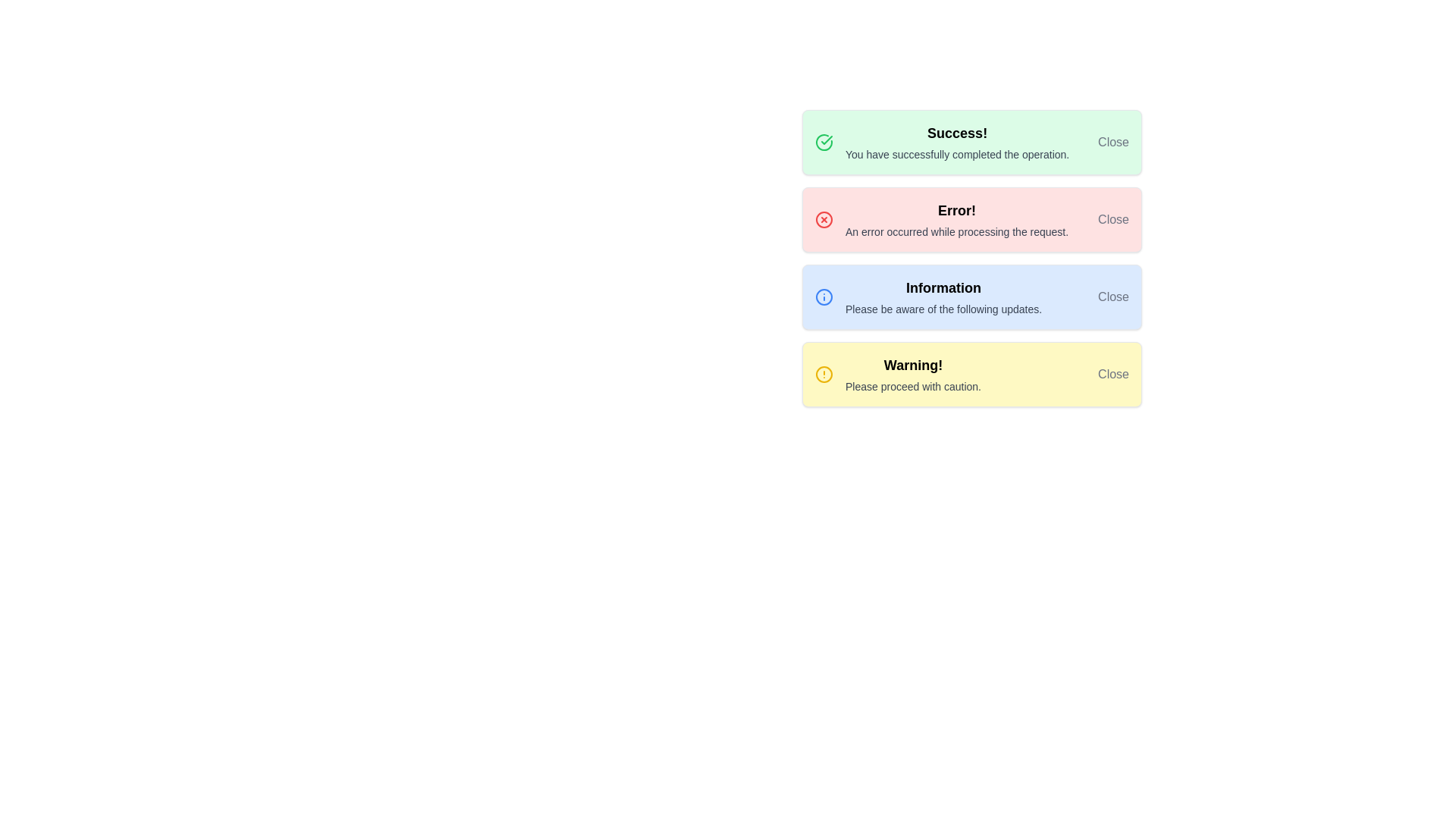 The width and height of the screenshot is (1456, 819). I want to click on the circular outline in the SVG graphic that serves as the outermost part of the warning icon, positioned at the left of the warning message, so click(823, 374).